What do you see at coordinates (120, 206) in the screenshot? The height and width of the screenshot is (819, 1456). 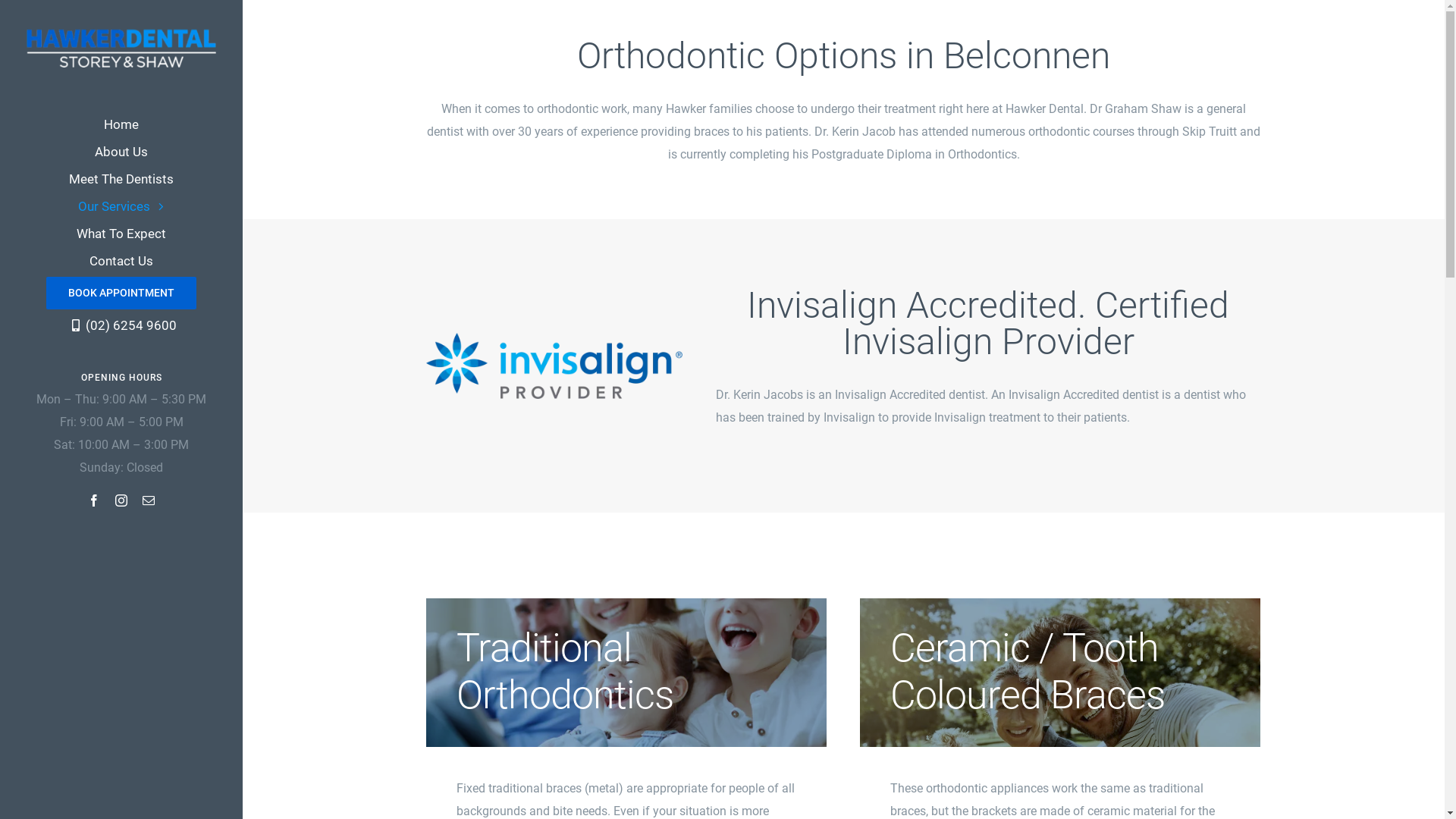 I see `'Our Services'` at bounding box center [120, 206].